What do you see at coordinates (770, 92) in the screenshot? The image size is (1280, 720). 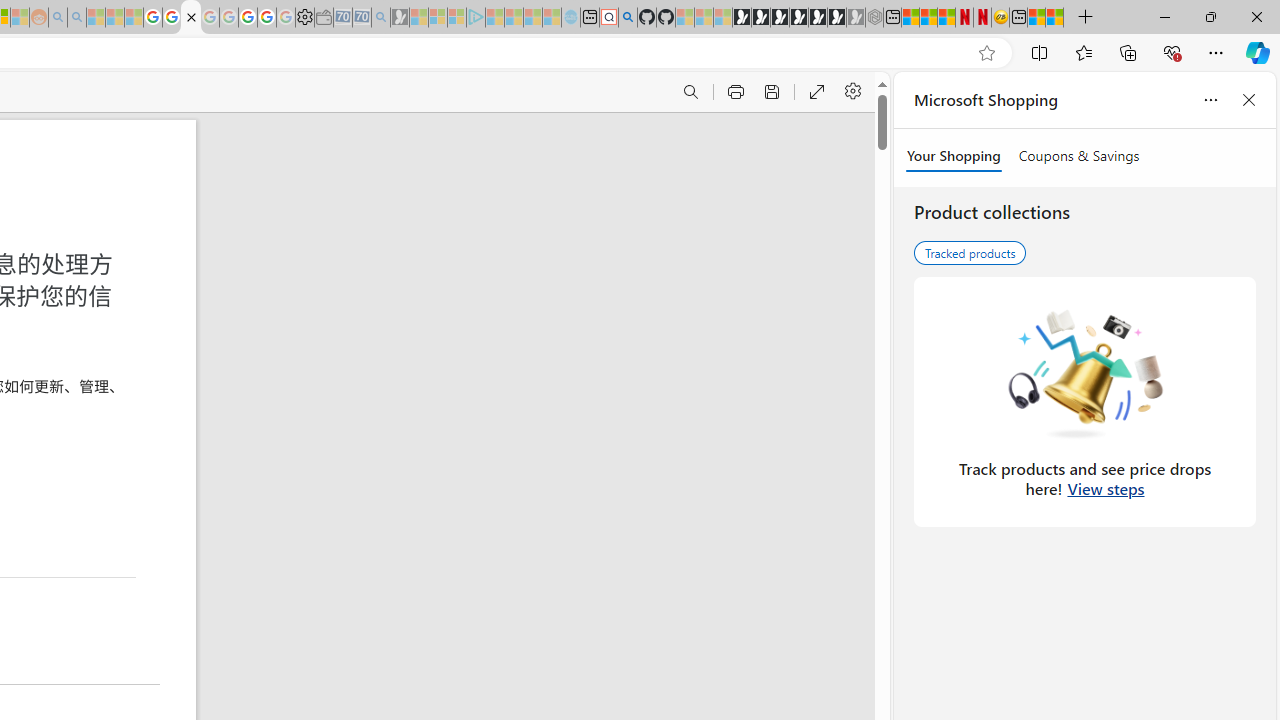 I see `'Save (Ctrl+S)'` at bounding box center [770, 92].